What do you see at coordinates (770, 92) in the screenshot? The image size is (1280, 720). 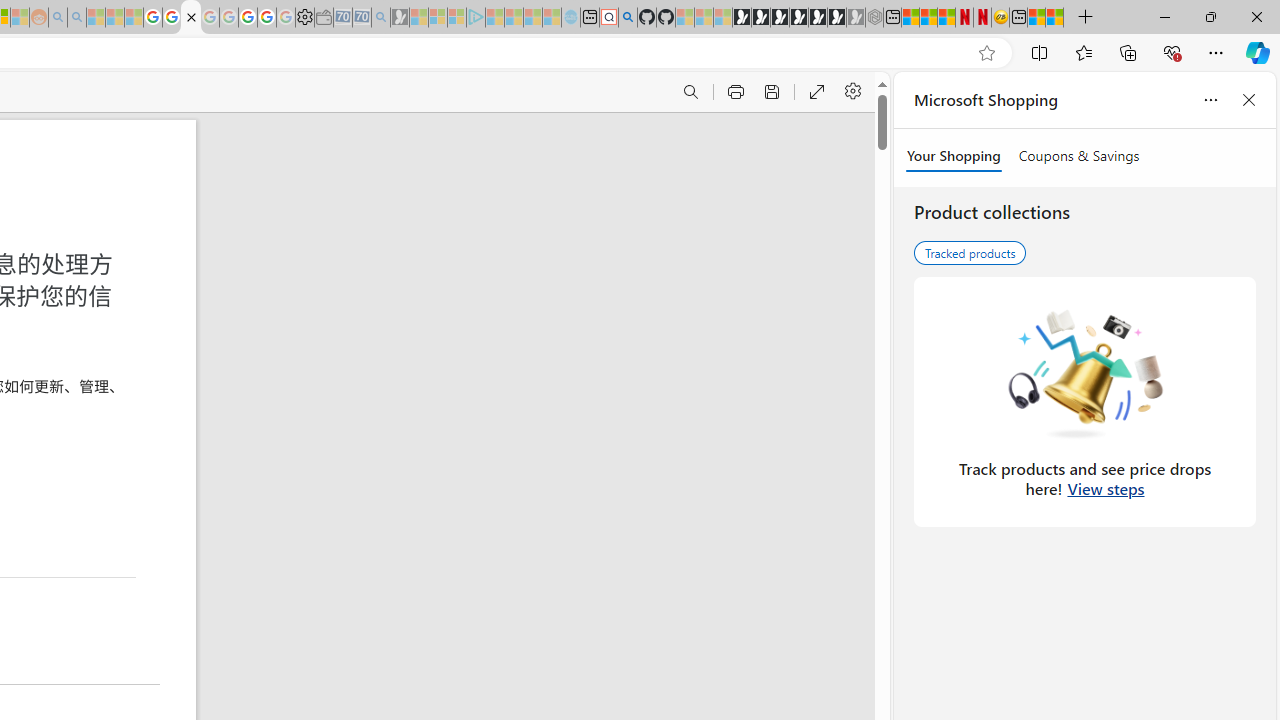 I see `'Save (Ctrl+S)'` at bounding box center [770, 92].